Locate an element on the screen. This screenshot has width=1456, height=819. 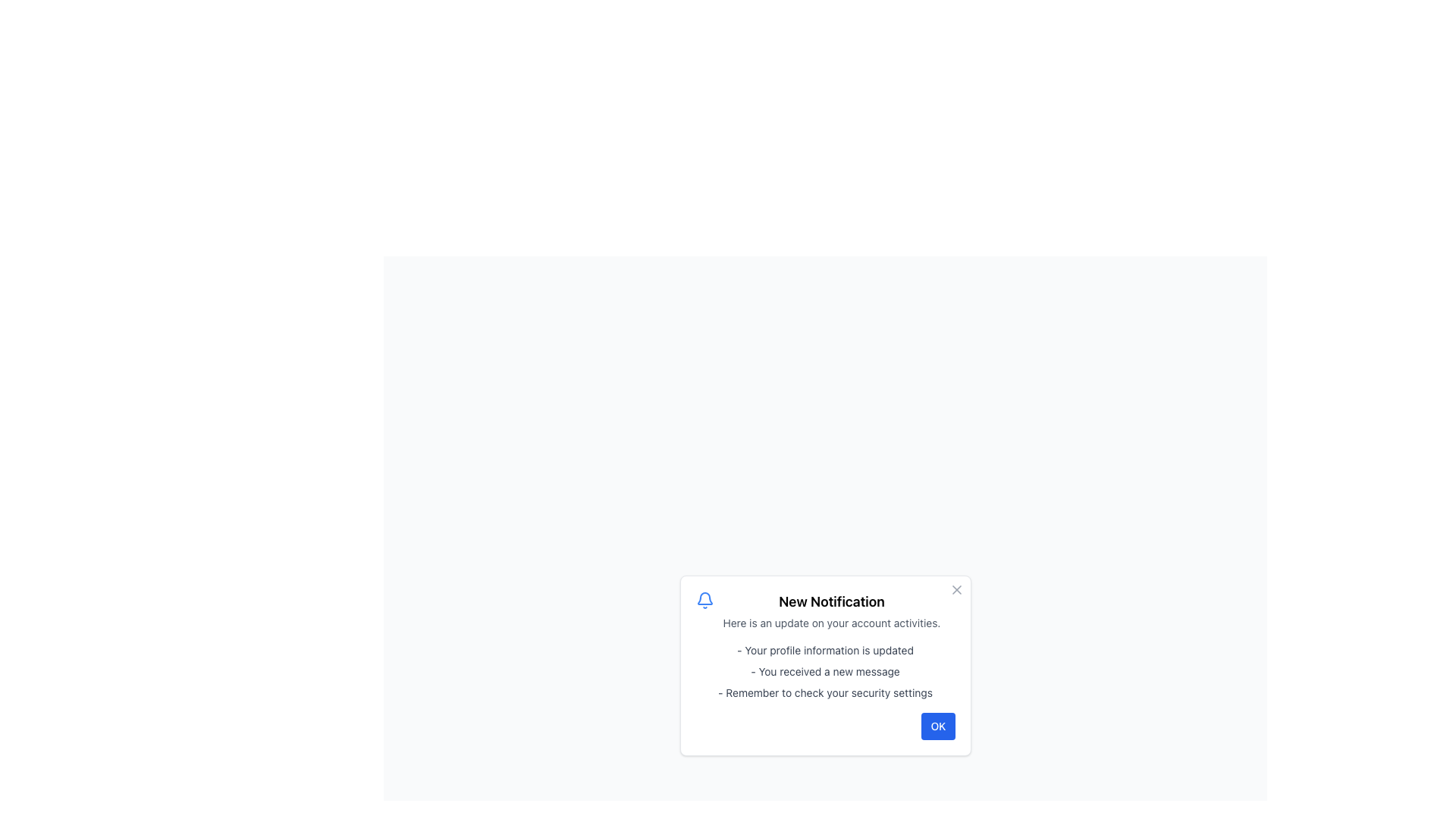
the small 'X' icon button located in the top-right corner of the notification panel is located at coordinates (955, 589).